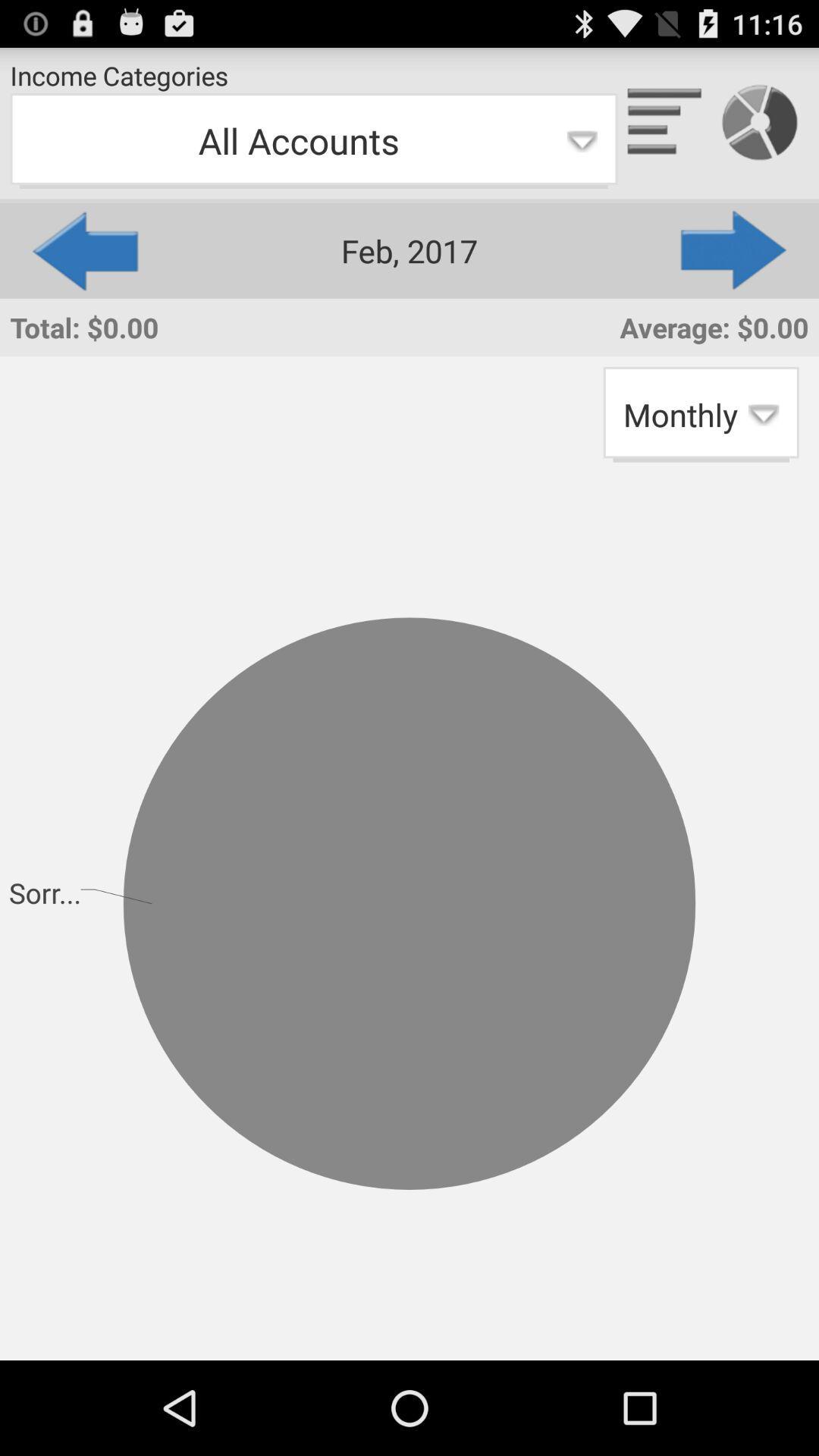 The width and height of the screenshot is (819, 1456). Describe the element at coordinates (83, 250) in the screenshot. I see `icon to the left of the feb, 2017 app` at that location.